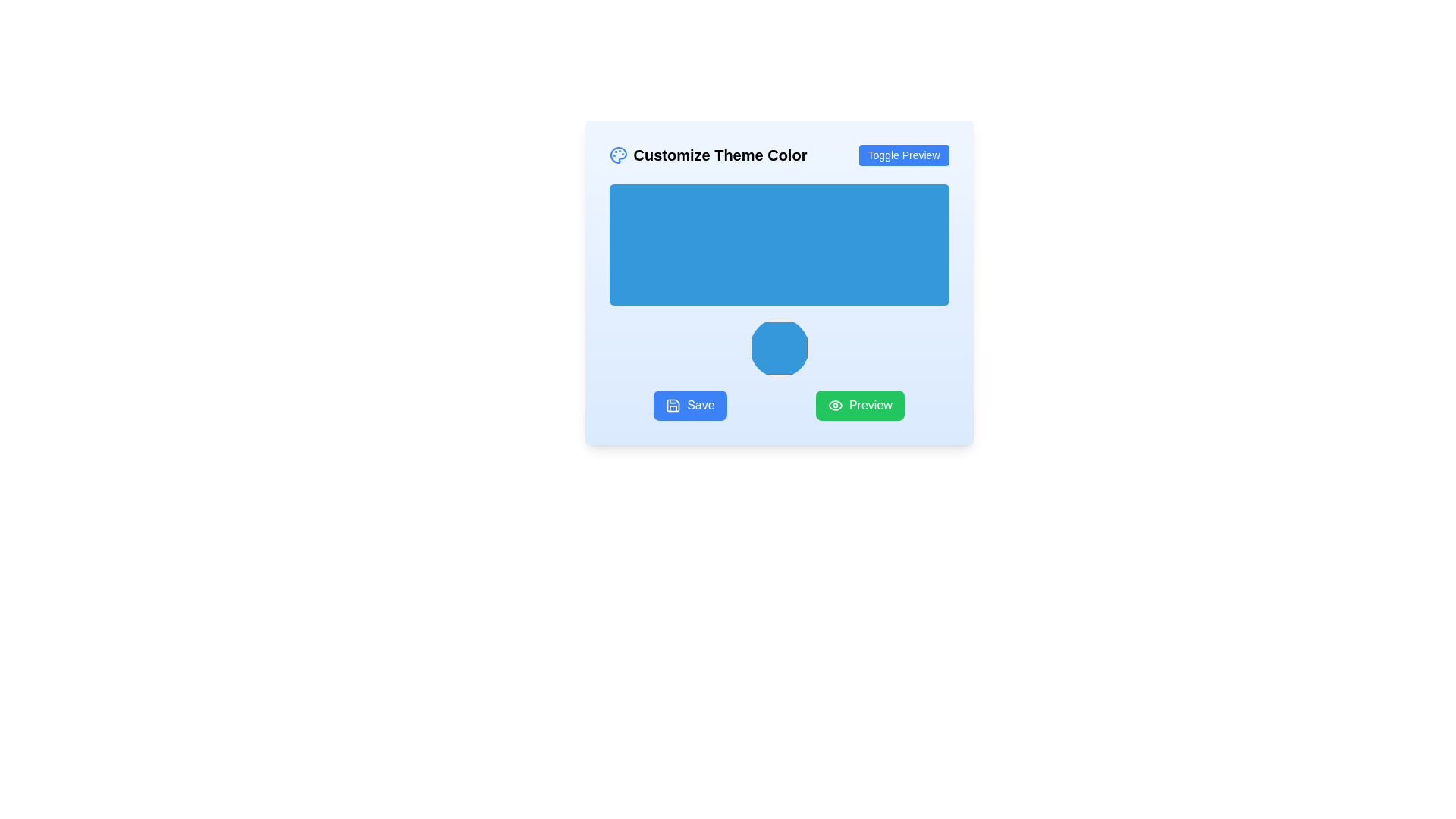 Image resolution: width=1456 pixels, height=819 pixels. I want to click on the save icon, which is a small, outlined graphic of a floppy disk located to the left of the 'Save' button, so click(673, 405).